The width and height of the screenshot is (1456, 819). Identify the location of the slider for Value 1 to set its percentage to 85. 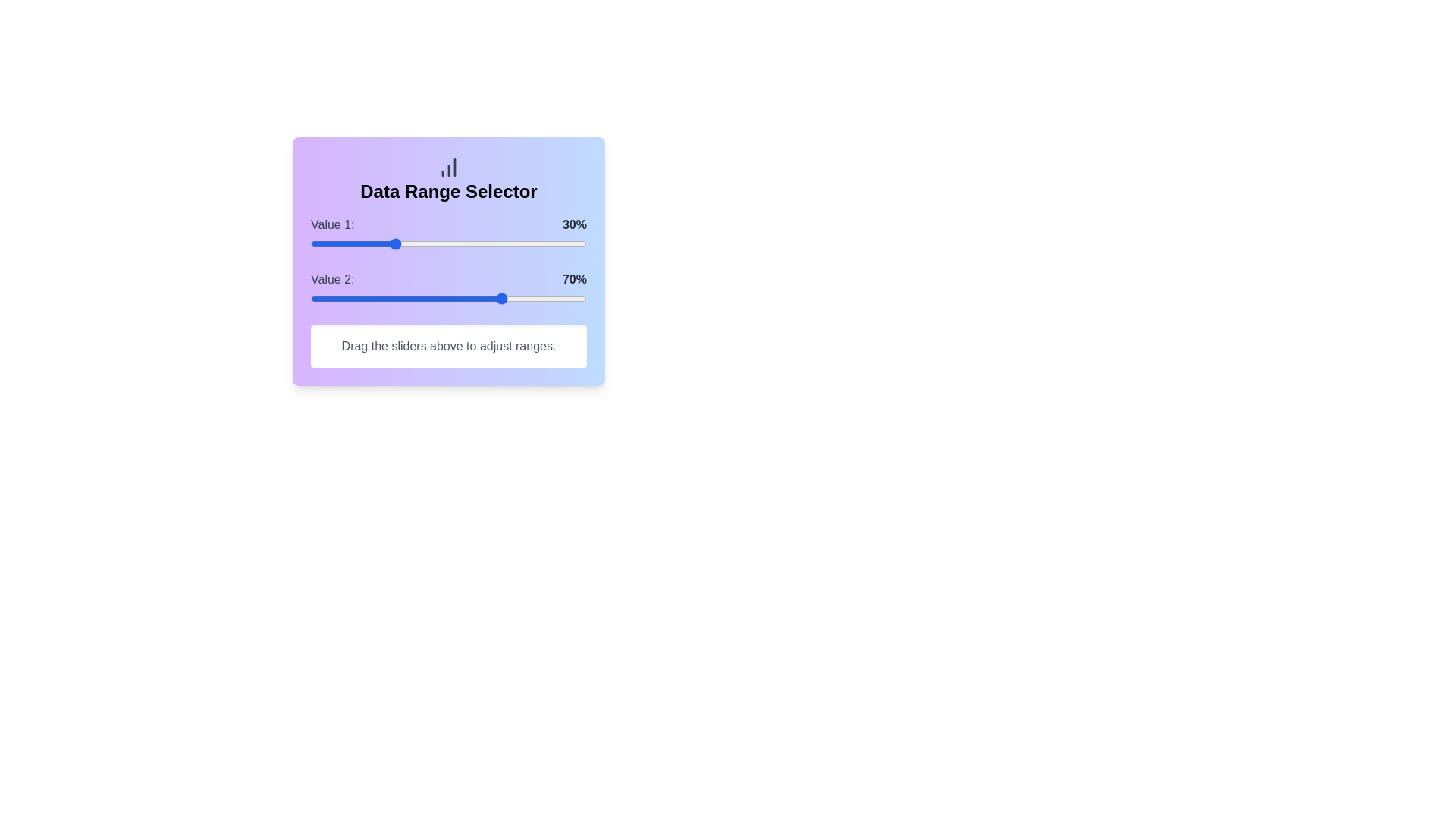
(545, 243).